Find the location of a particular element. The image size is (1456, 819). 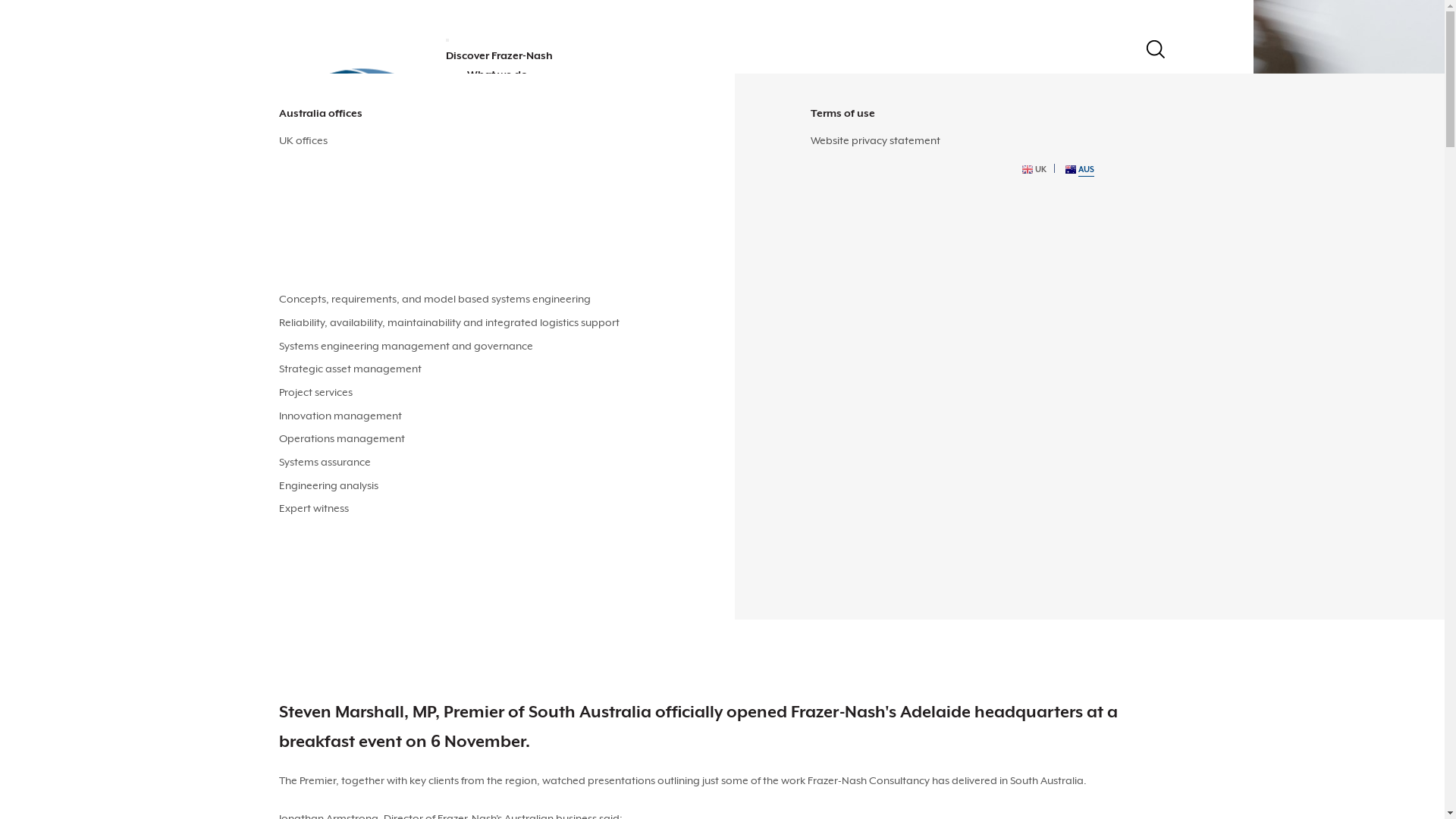

'UK' is located at coordinates (1012, 168).